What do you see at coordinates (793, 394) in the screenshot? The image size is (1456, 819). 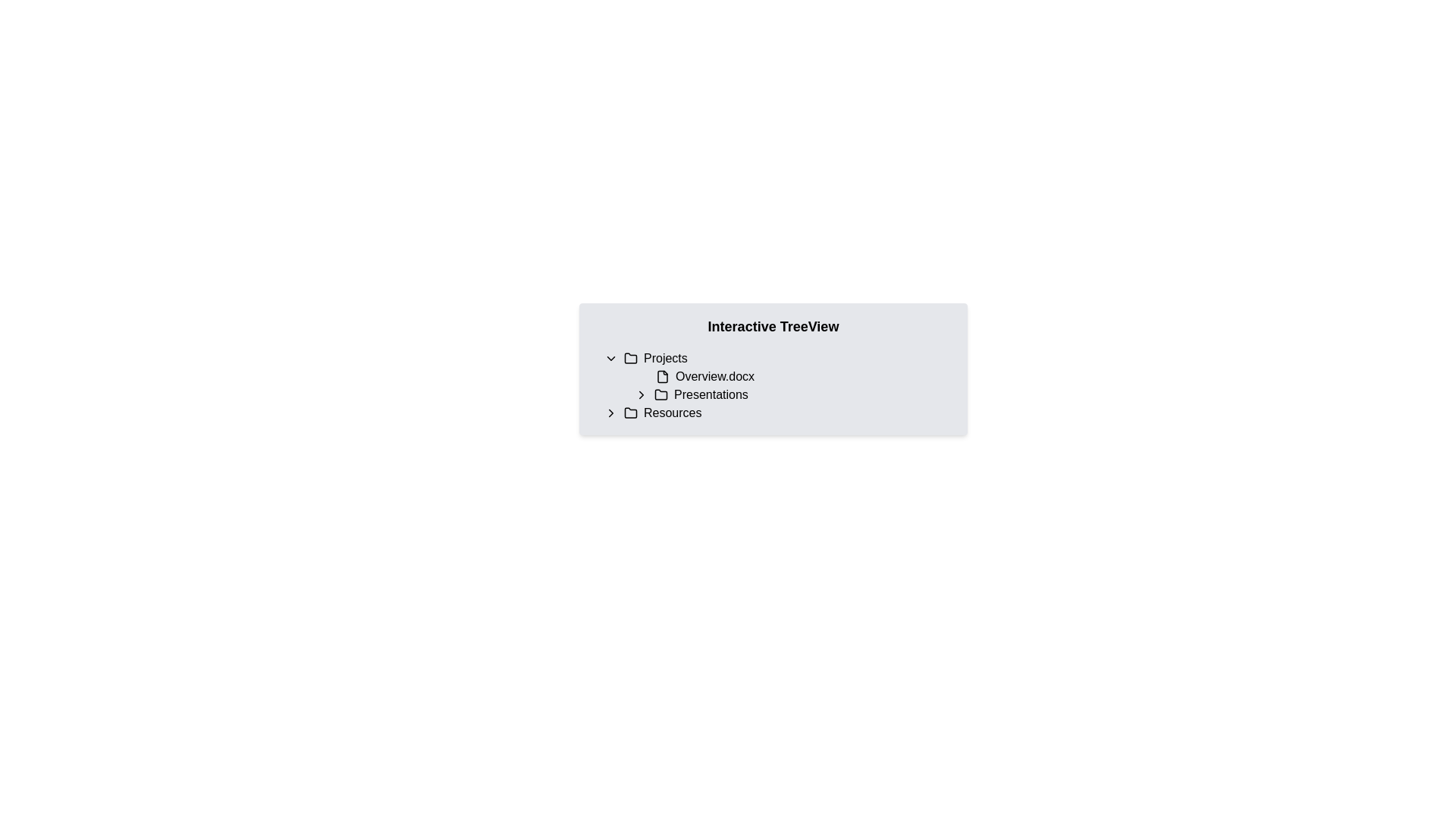 I see `the 'Presentations' tree view item` at bounding box center [793, 394].